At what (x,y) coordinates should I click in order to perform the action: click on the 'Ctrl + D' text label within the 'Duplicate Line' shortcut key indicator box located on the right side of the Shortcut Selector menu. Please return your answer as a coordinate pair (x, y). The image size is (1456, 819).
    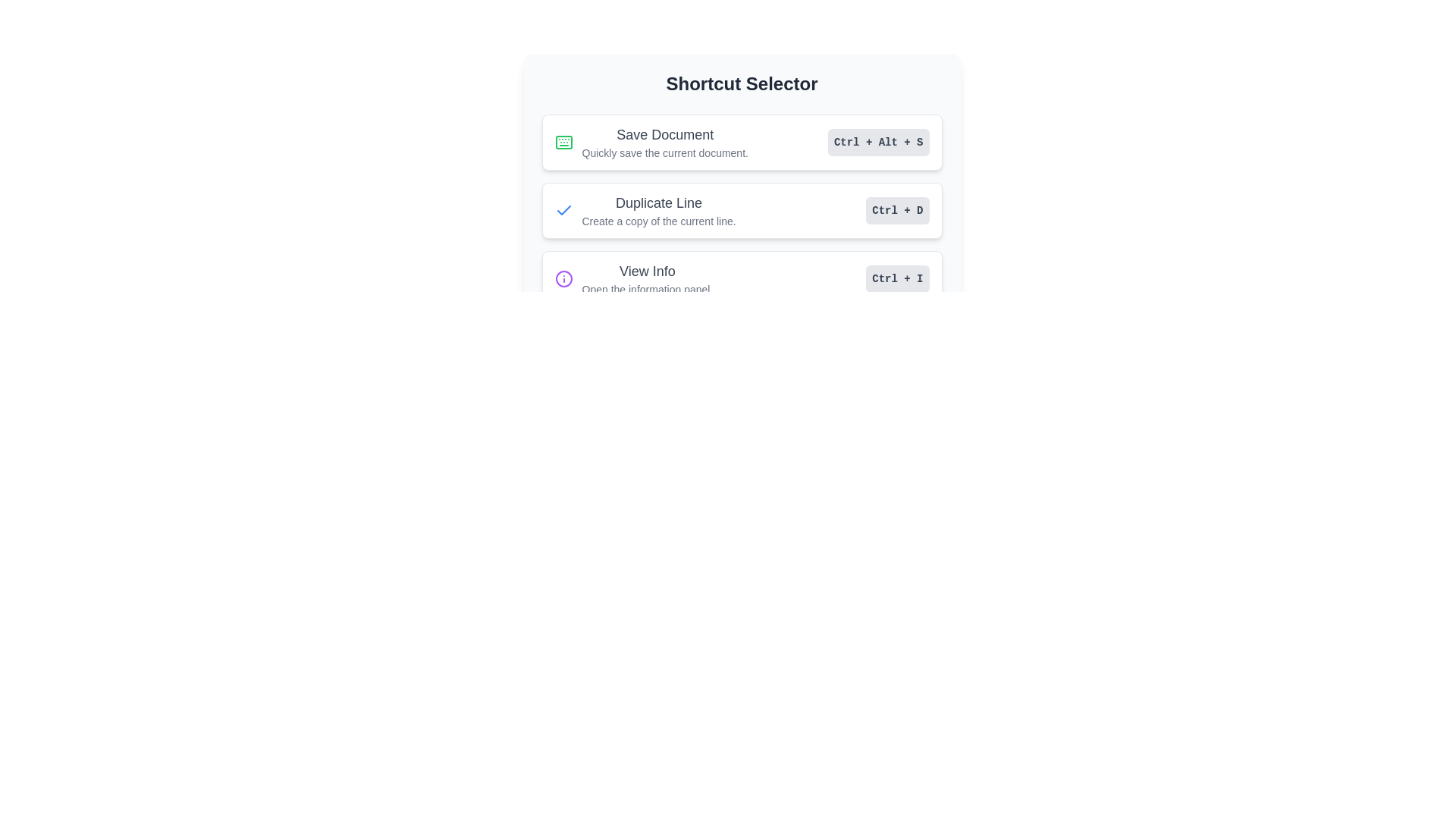
    Looking at the image, I should click on (897, 210).